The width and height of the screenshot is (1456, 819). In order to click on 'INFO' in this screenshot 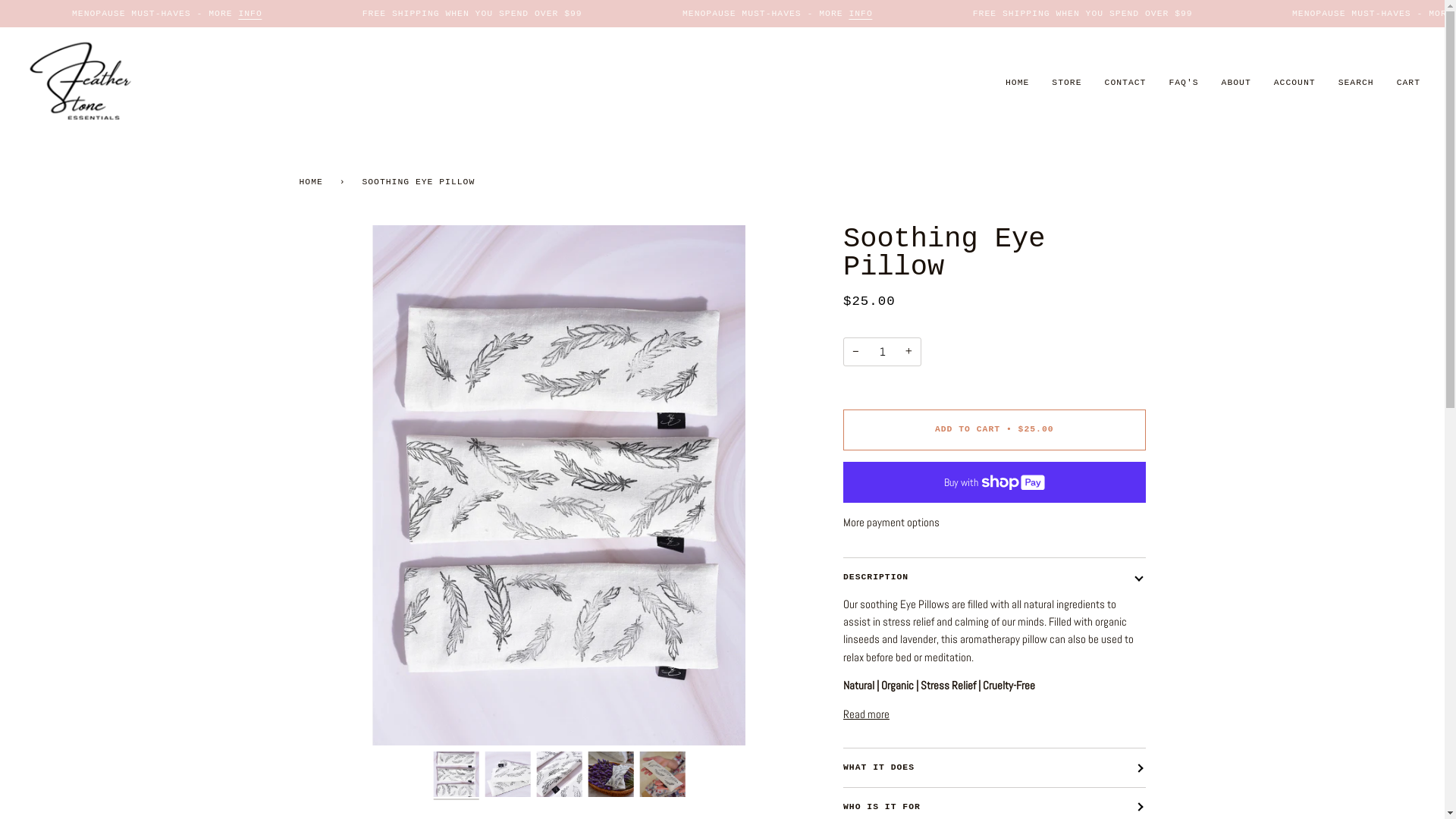, I will do `click(860, 14)`.